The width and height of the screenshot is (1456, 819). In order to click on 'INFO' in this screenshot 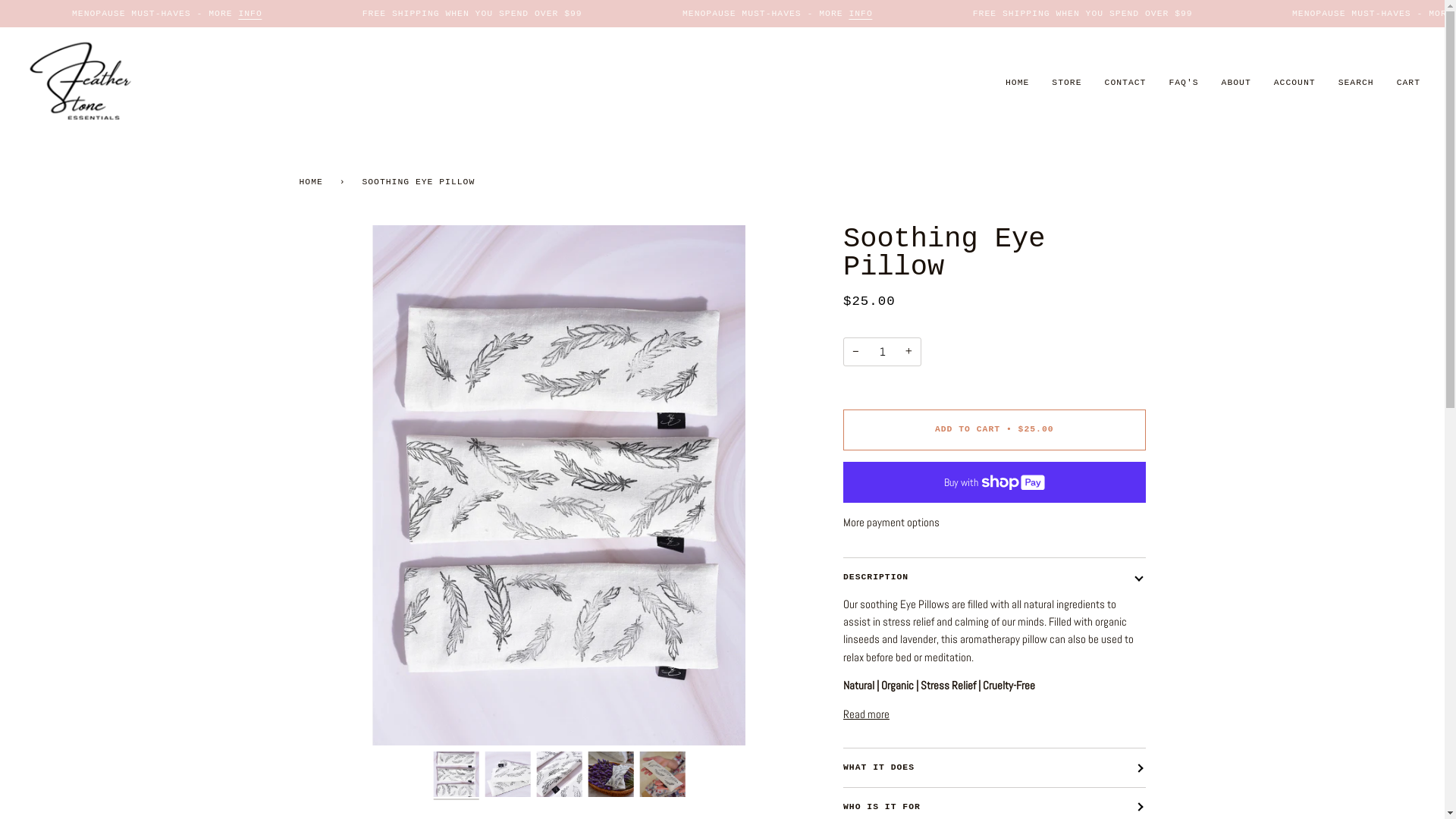, I will do `click(860, 14)`.